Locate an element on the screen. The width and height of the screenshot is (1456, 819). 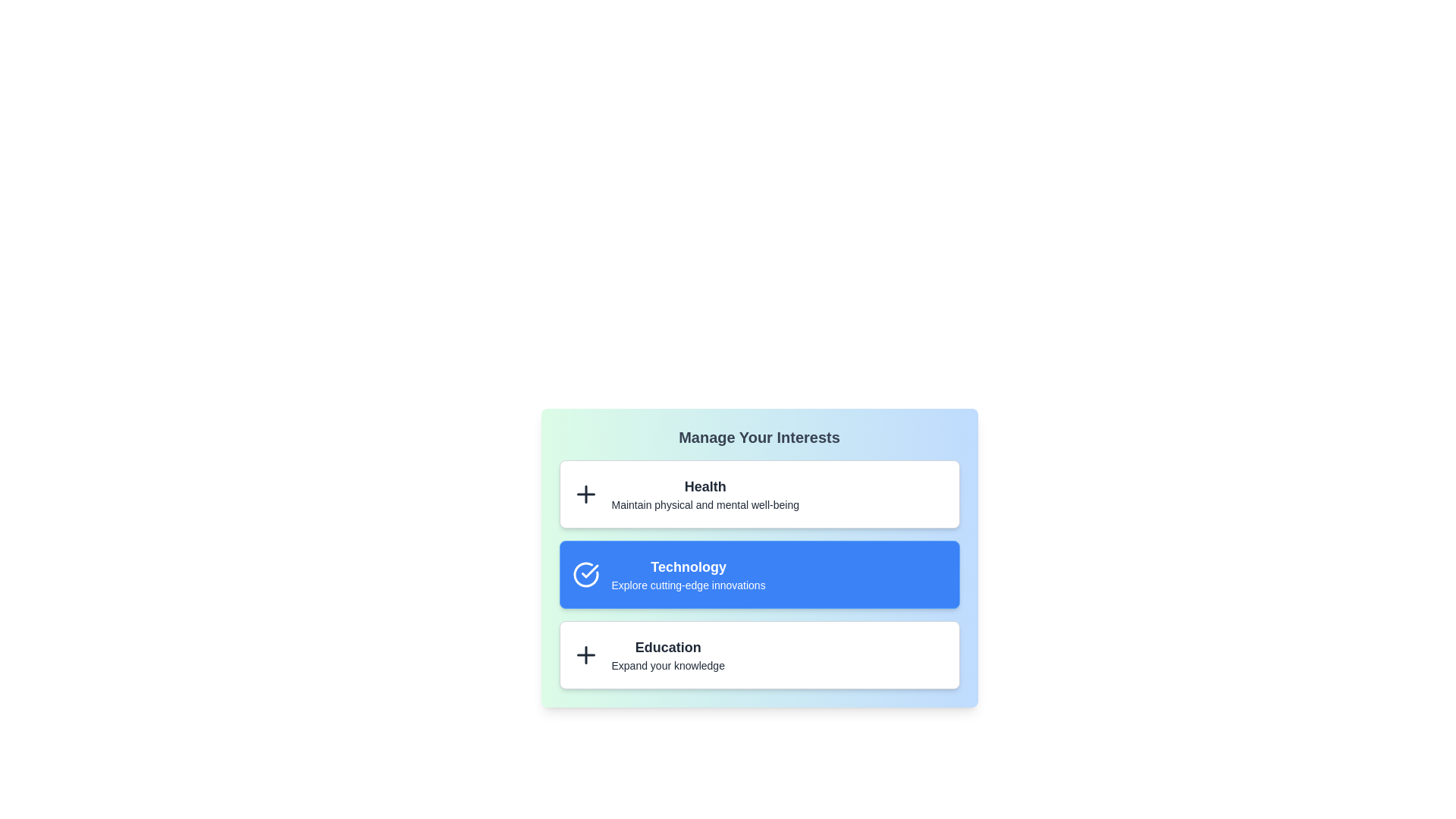
the interest item Technology by clicking on it is located at coordinates (759, 575).